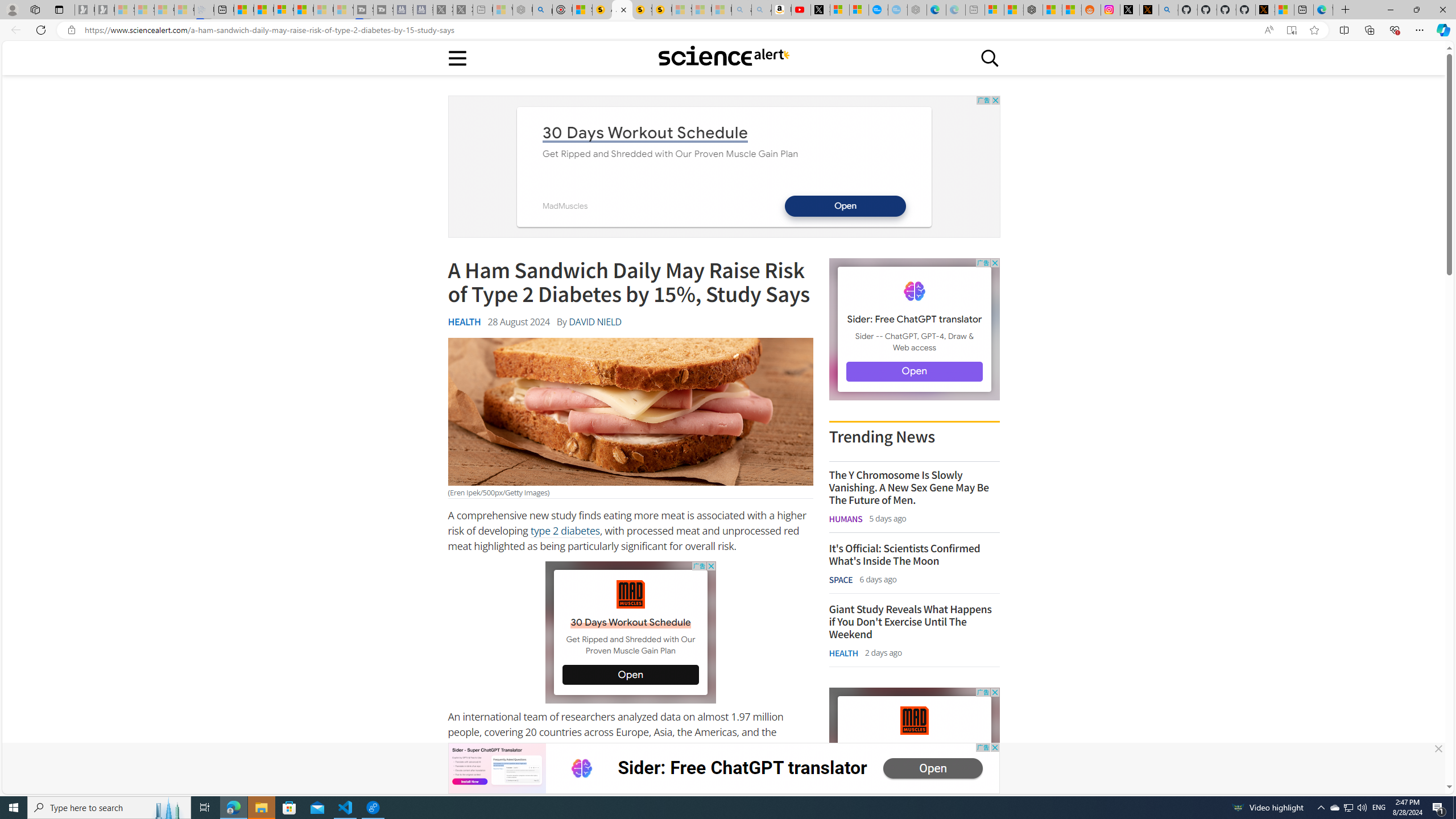 The width and height of the screenshot is (1456, 819). Describe the element at coordinates (990, 57) in the screenshot. I see `'Class: sciencealert-search-desktop-svg '` at that location.